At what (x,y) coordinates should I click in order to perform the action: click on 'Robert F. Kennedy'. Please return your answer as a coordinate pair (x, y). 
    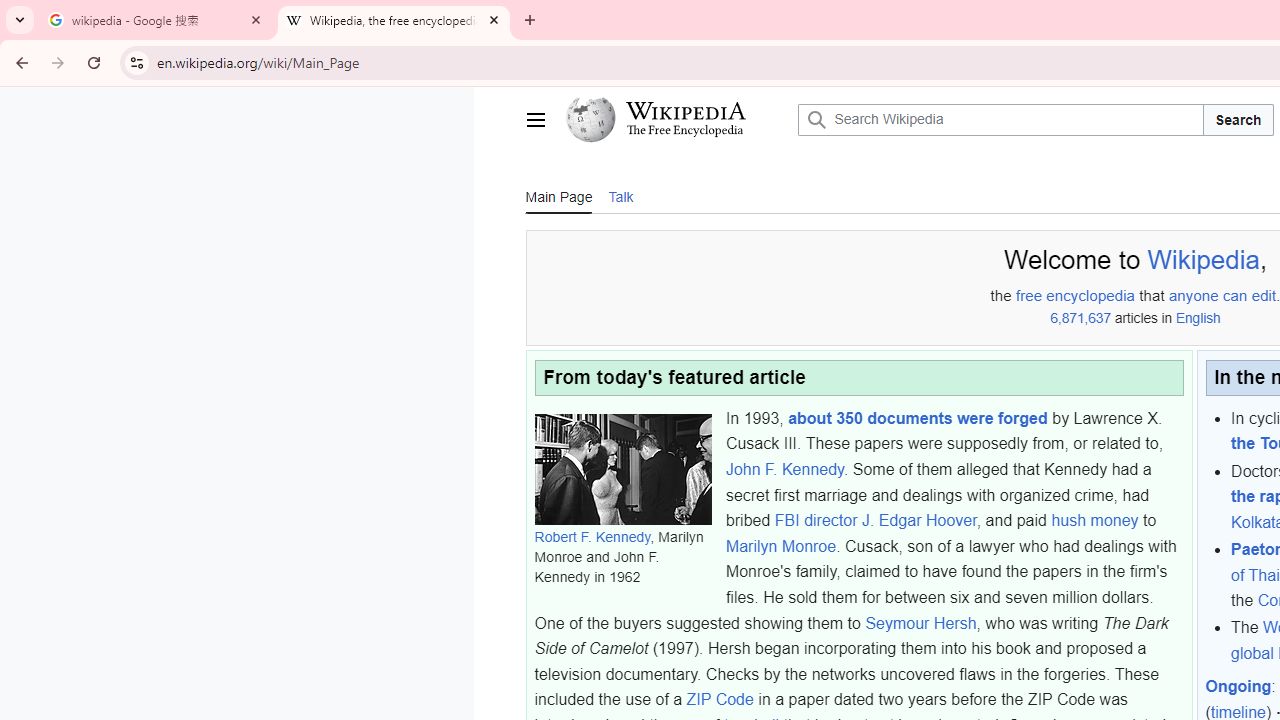
    Looking at the image, I should click on (591, 536).